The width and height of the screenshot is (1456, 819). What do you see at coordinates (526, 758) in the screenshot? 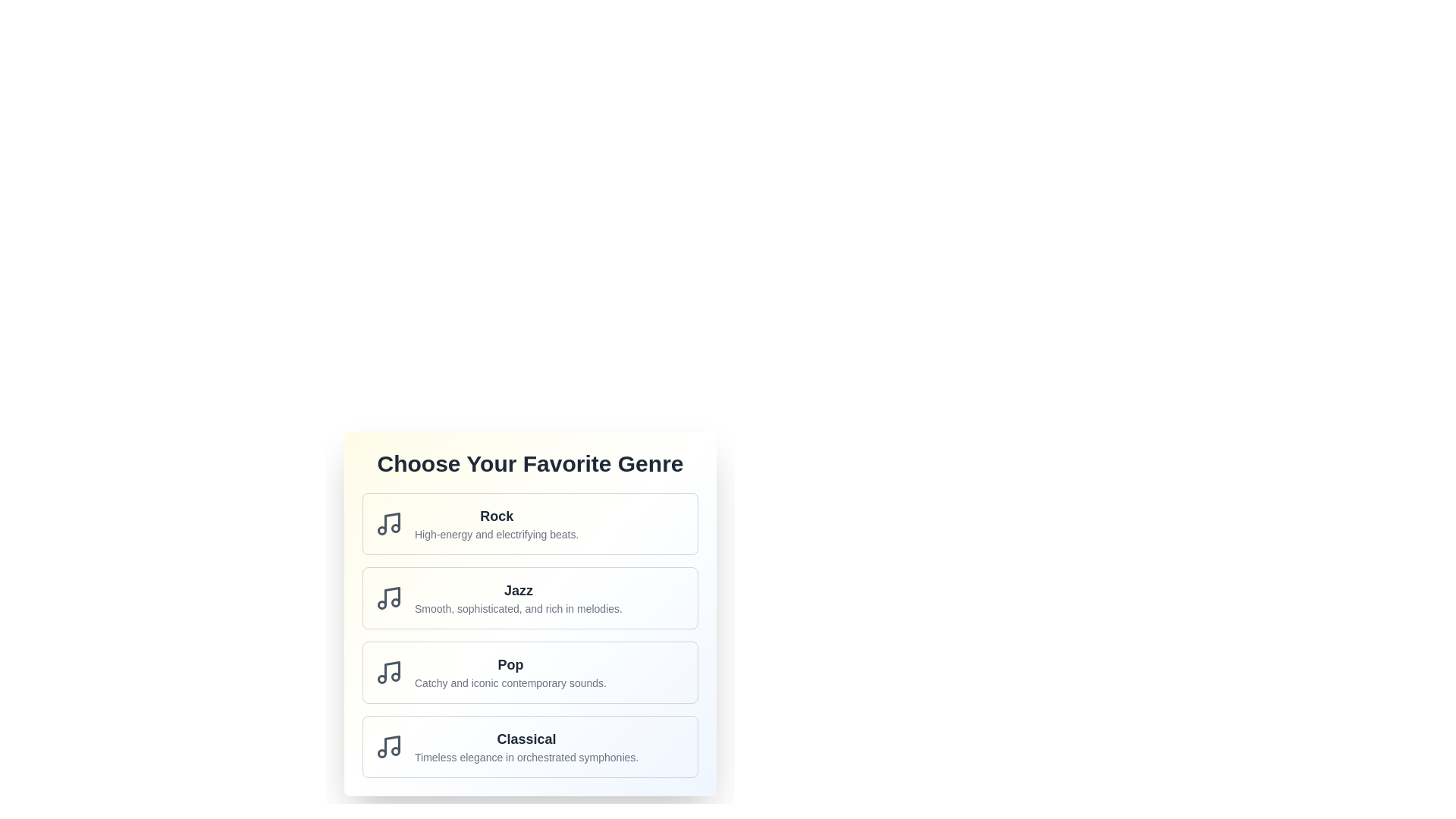
I see `the descriptive text element located directly below the 'Classical' header text in the Classical music genre card` at bounding box center [526, 758].